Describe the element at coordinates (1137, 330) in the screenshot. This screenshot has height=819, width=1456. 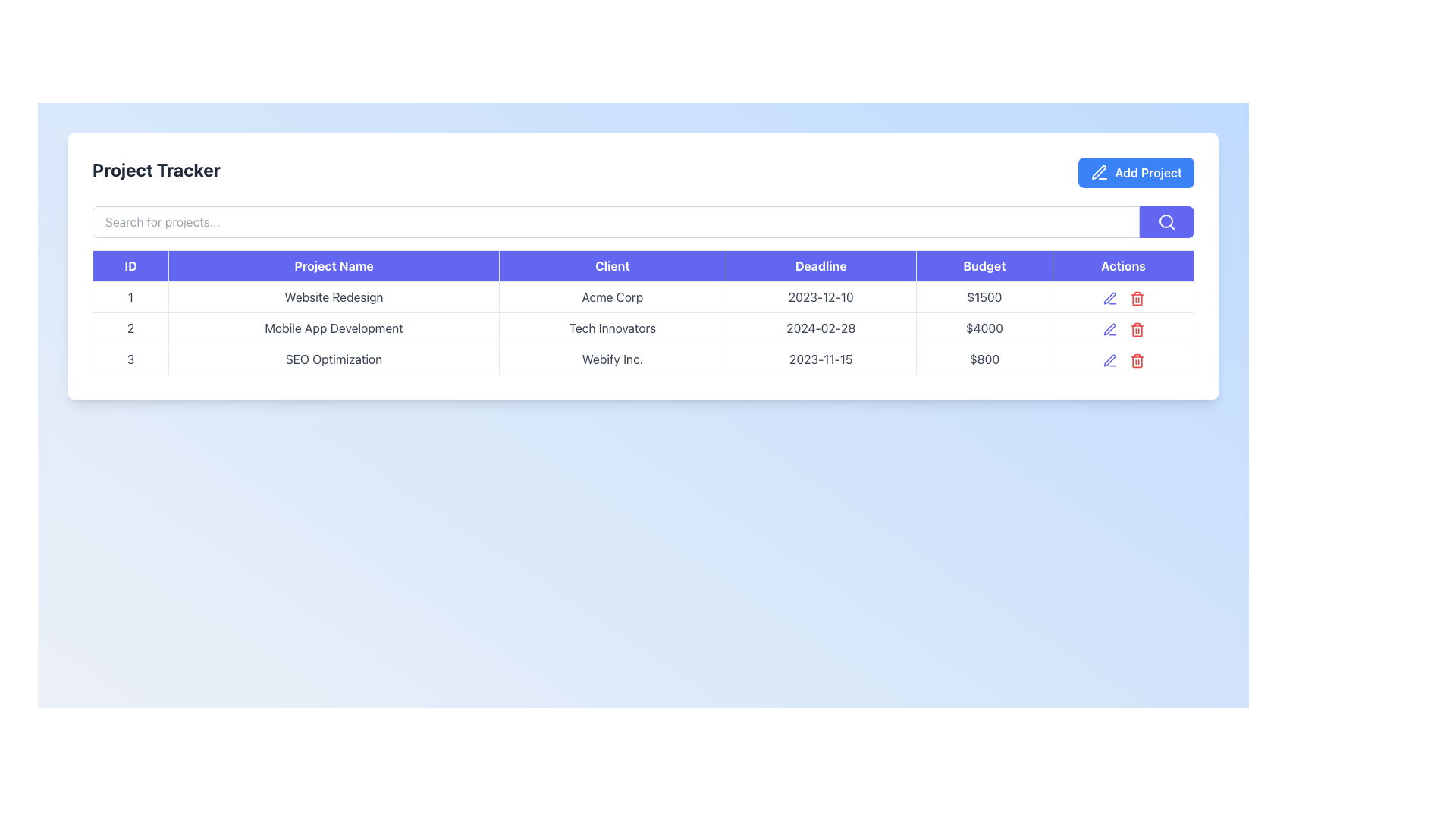
I see `the trash bin icon representing the delete action located in the last row of the table under the 'Actions' column` at that location.